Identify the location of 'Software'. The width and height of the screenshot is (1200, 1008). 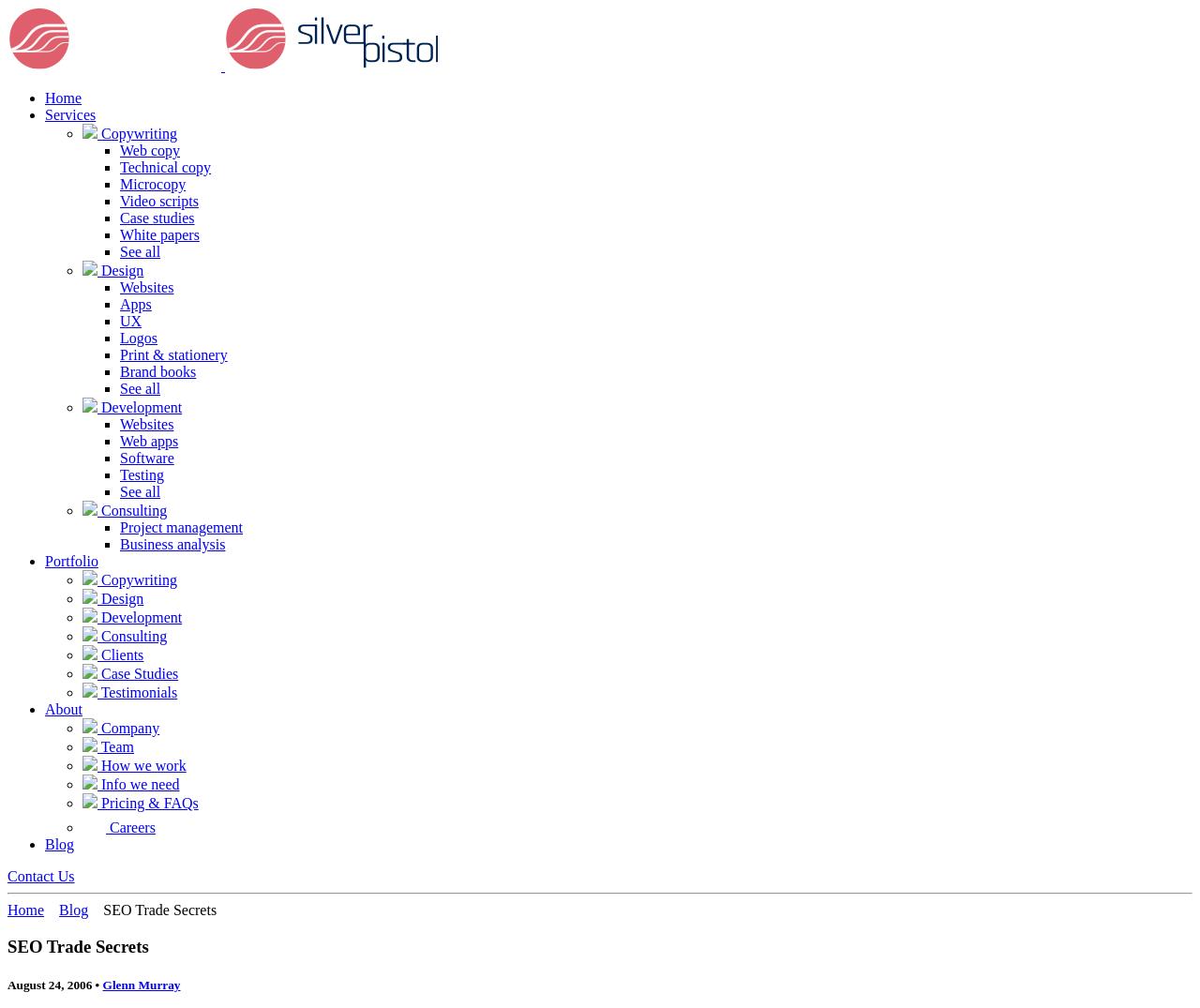
(145, 458).